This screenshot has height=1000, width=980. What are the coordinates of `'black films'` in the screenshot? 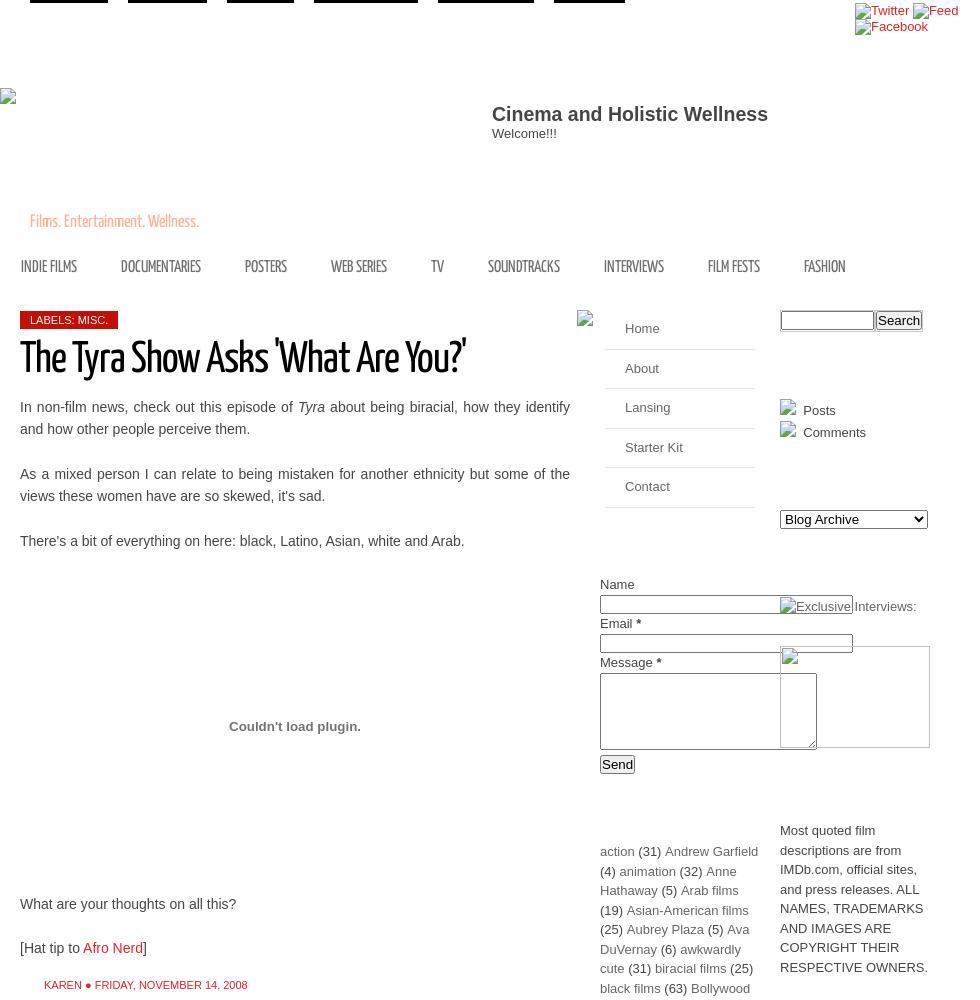 It's located at (599, 986).